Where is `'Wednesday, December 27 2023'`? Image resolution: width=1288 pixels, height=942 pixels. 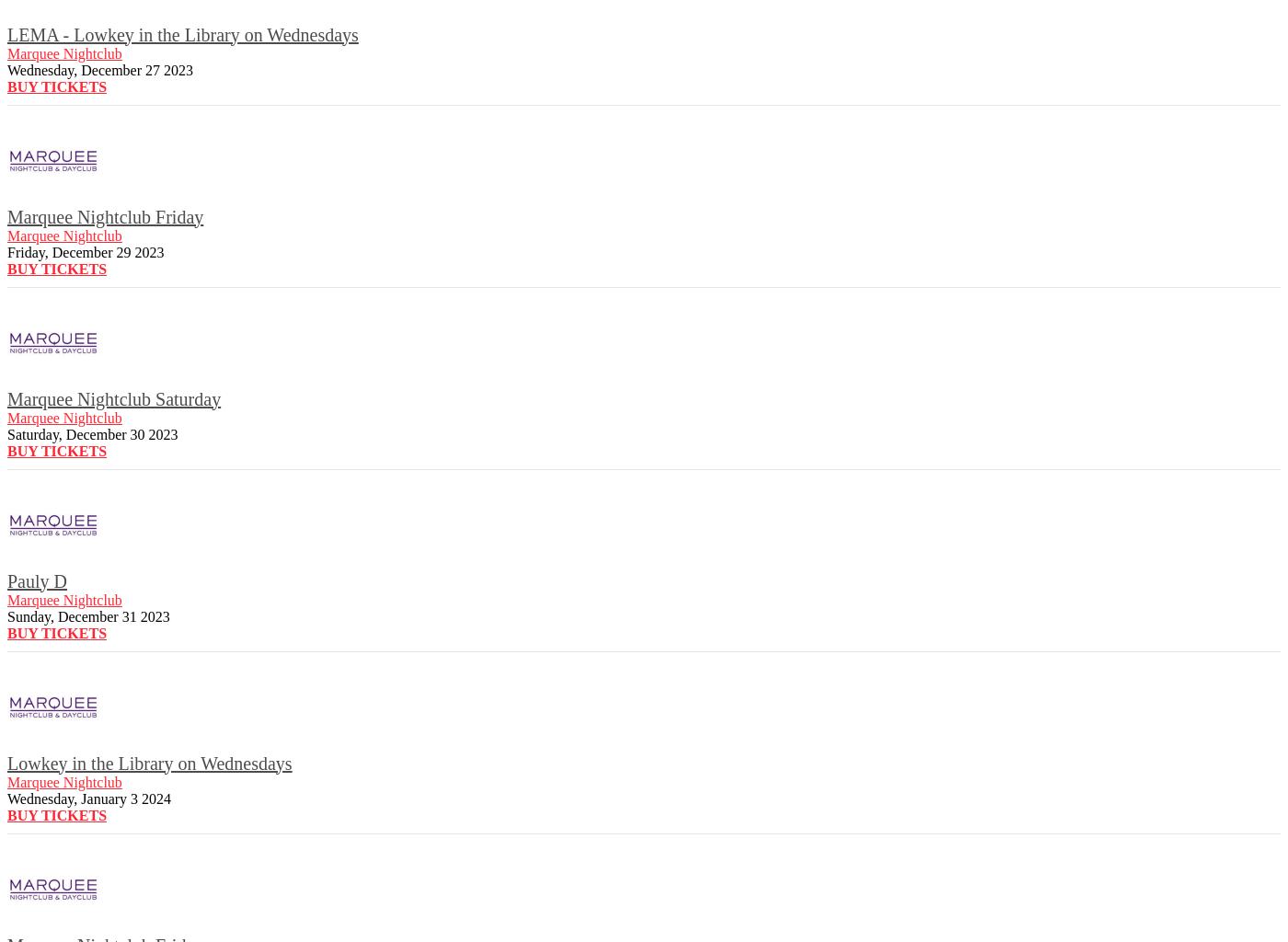
'Wednesday, December 27 2023' is located at coordinates (100, 68).